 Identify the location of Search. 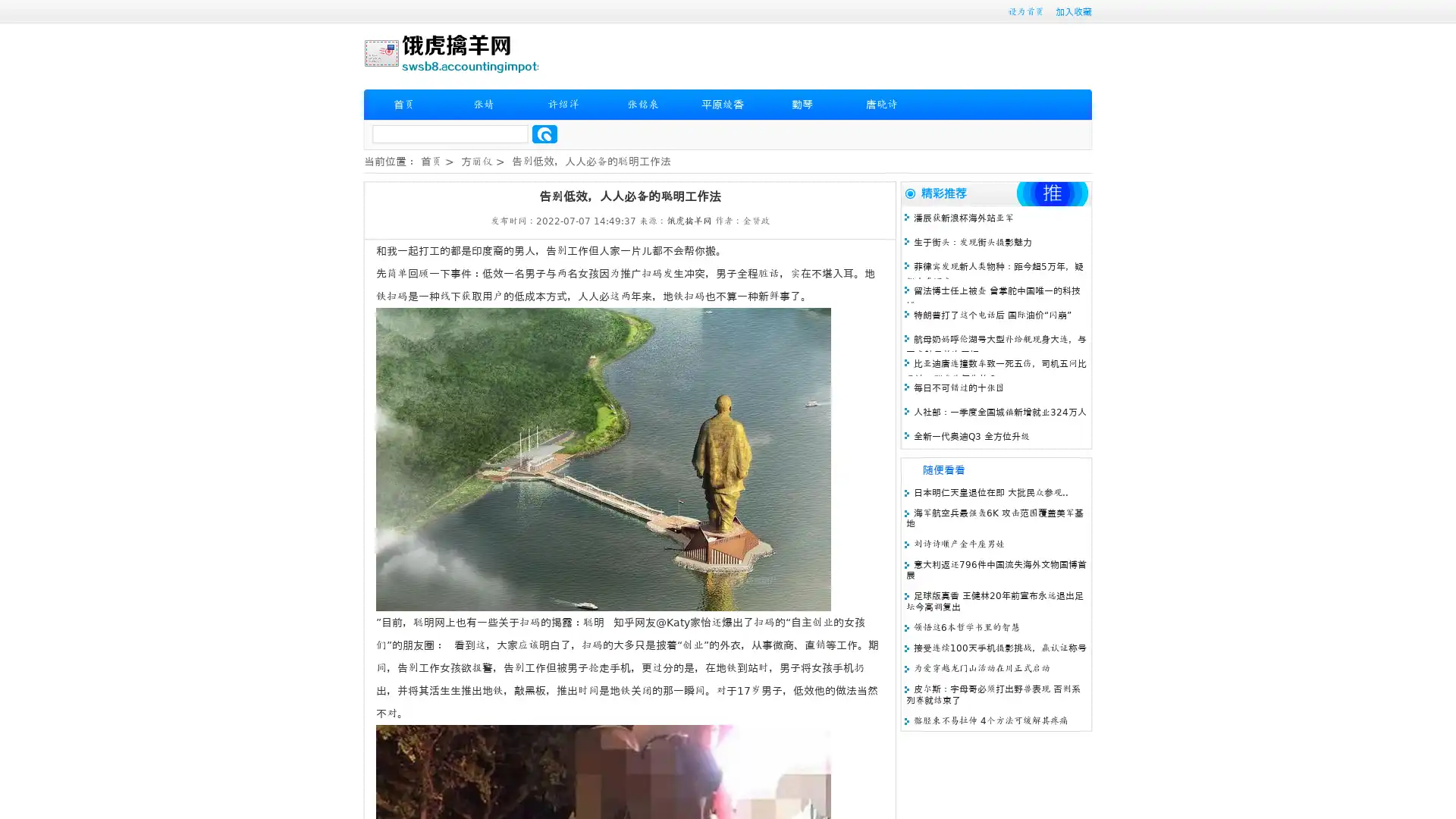
(544, 133).